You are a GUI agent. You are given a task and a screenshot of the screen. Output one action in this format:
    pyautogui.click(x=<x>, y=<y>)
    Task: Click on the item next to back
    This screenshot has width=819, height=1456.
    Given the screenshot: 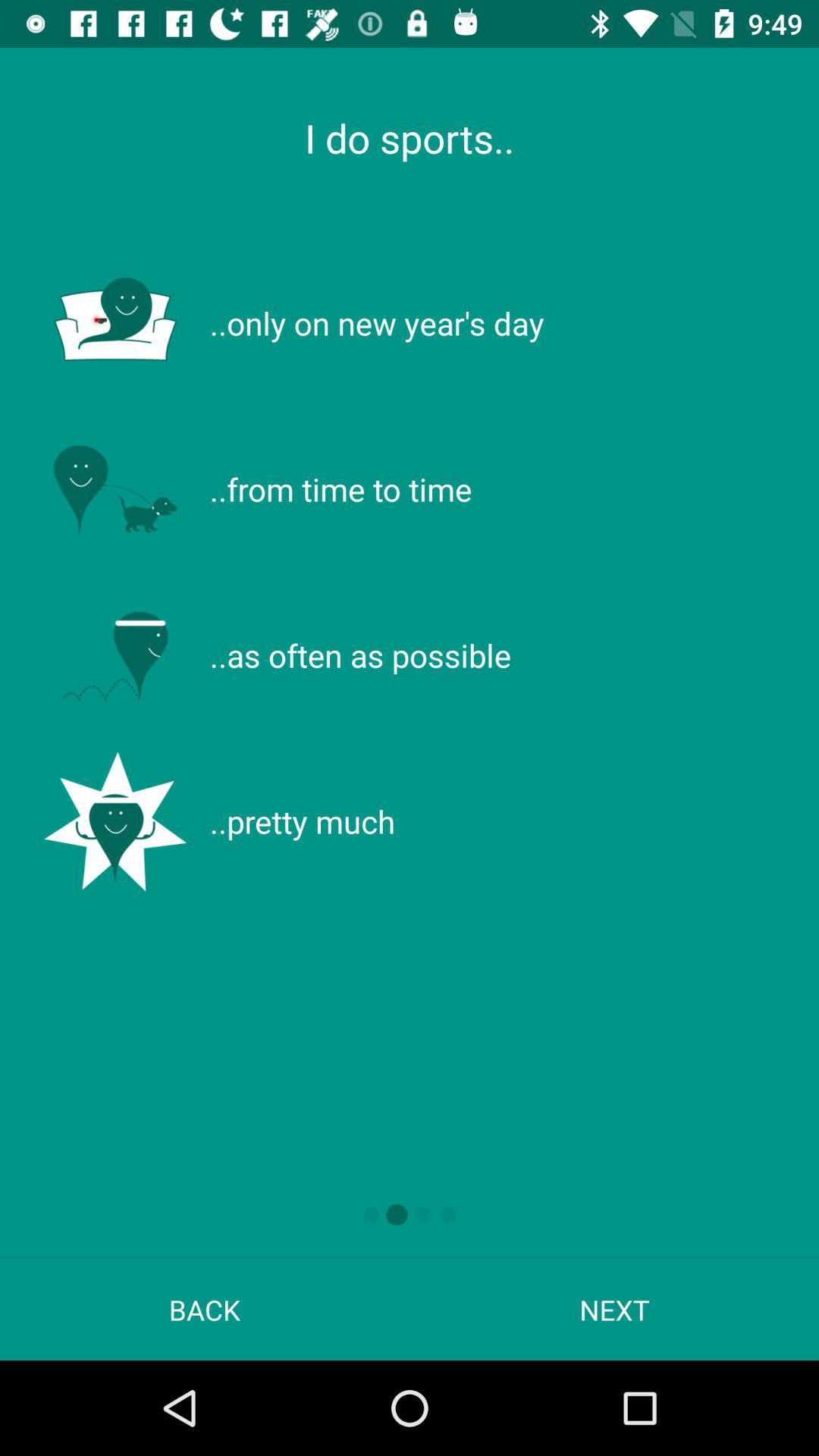 What is the action you would take?
    pyautogui.click(x=614, y=1309)
    